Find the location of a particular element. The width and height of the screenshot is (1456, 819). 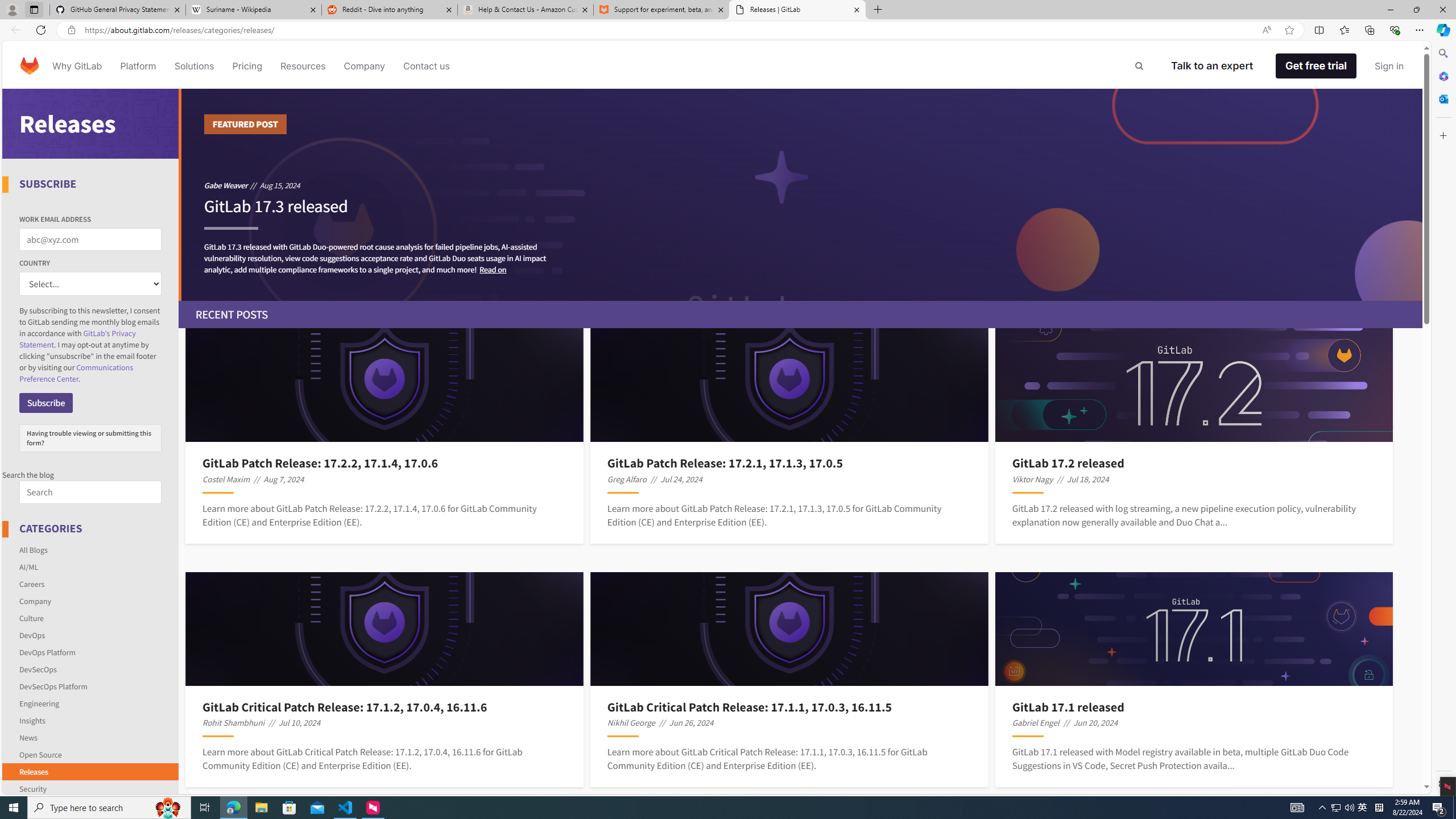

'Post Image' is located at coordinates (1194, 628).